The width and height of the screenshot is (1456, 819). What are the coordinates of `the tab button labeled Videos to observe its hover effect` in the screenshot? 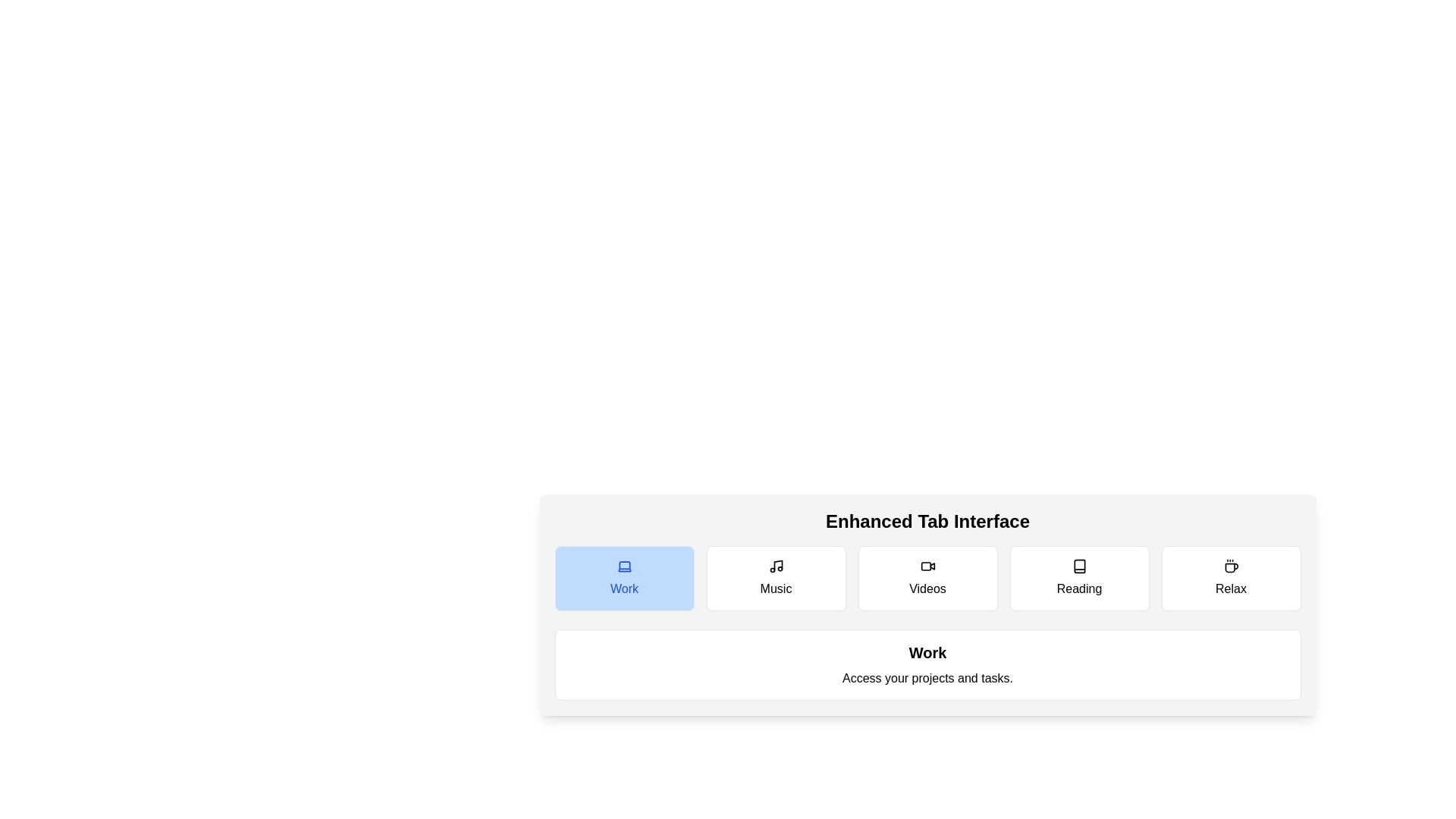 It's located at (927, 579).